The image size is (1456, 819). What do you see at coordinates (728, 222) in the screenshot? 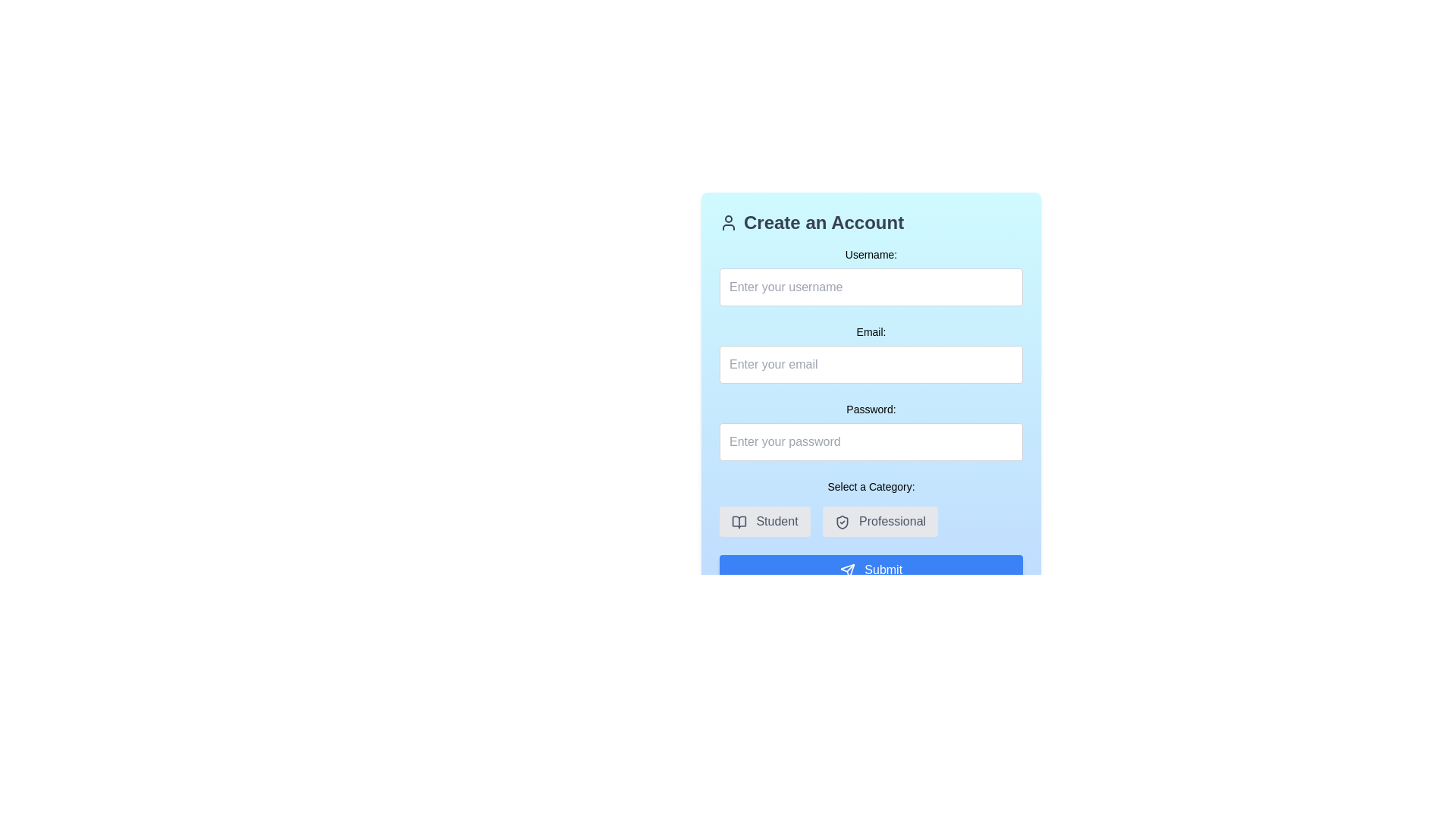
I see `the 'Create an Account' icon located near the top-left corner of the interface, preceding the text heading 'Create an Account'` at bounding box center [728, 222].